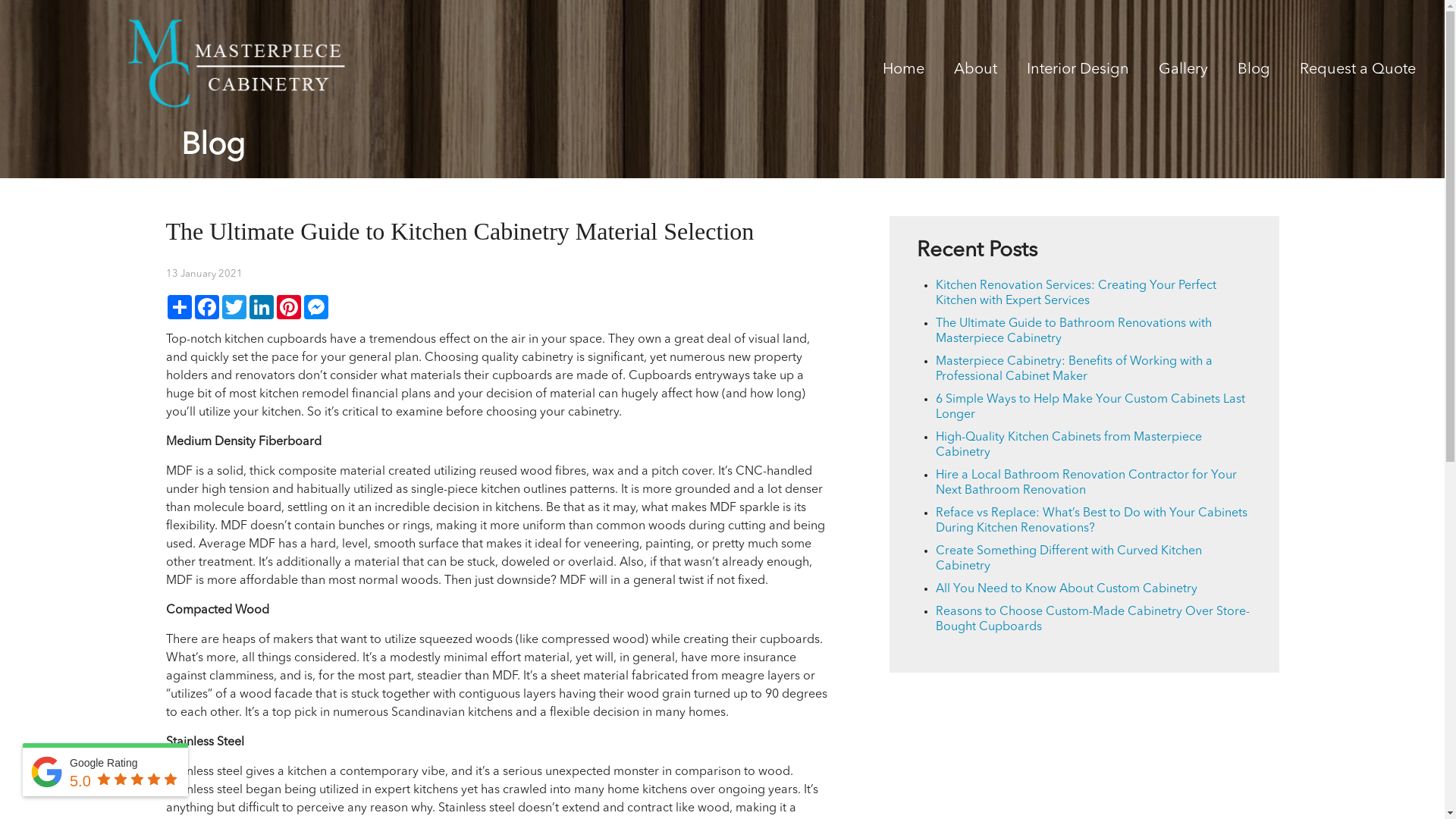  Describe the element at coordinates (903, 72) in the screenshot. I see `'Home'` at that location.